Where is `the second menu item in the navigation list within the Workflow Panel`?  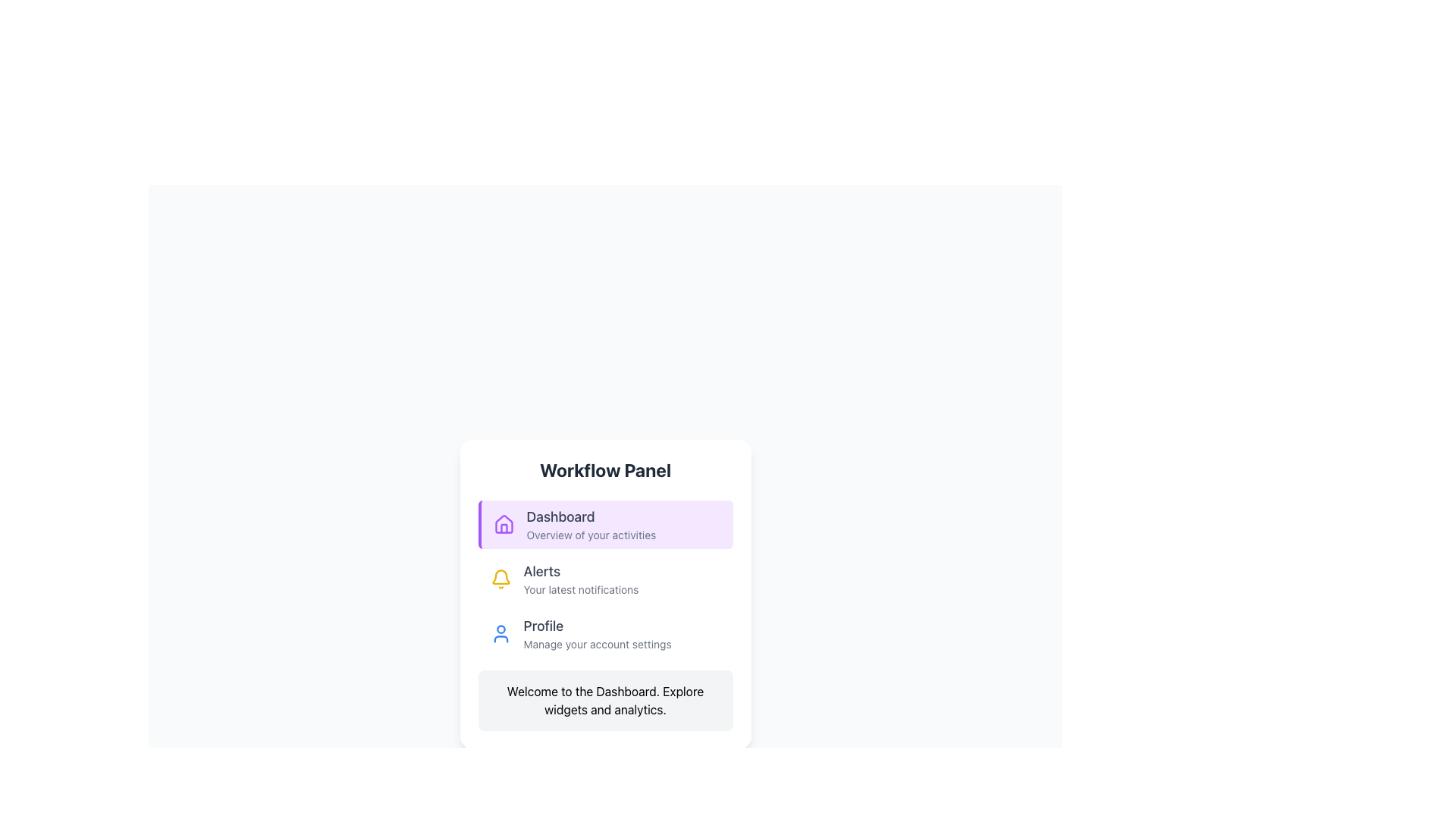
the second menu item in the navigation list within the Workflow Panel is located at coordinates (604, 579).